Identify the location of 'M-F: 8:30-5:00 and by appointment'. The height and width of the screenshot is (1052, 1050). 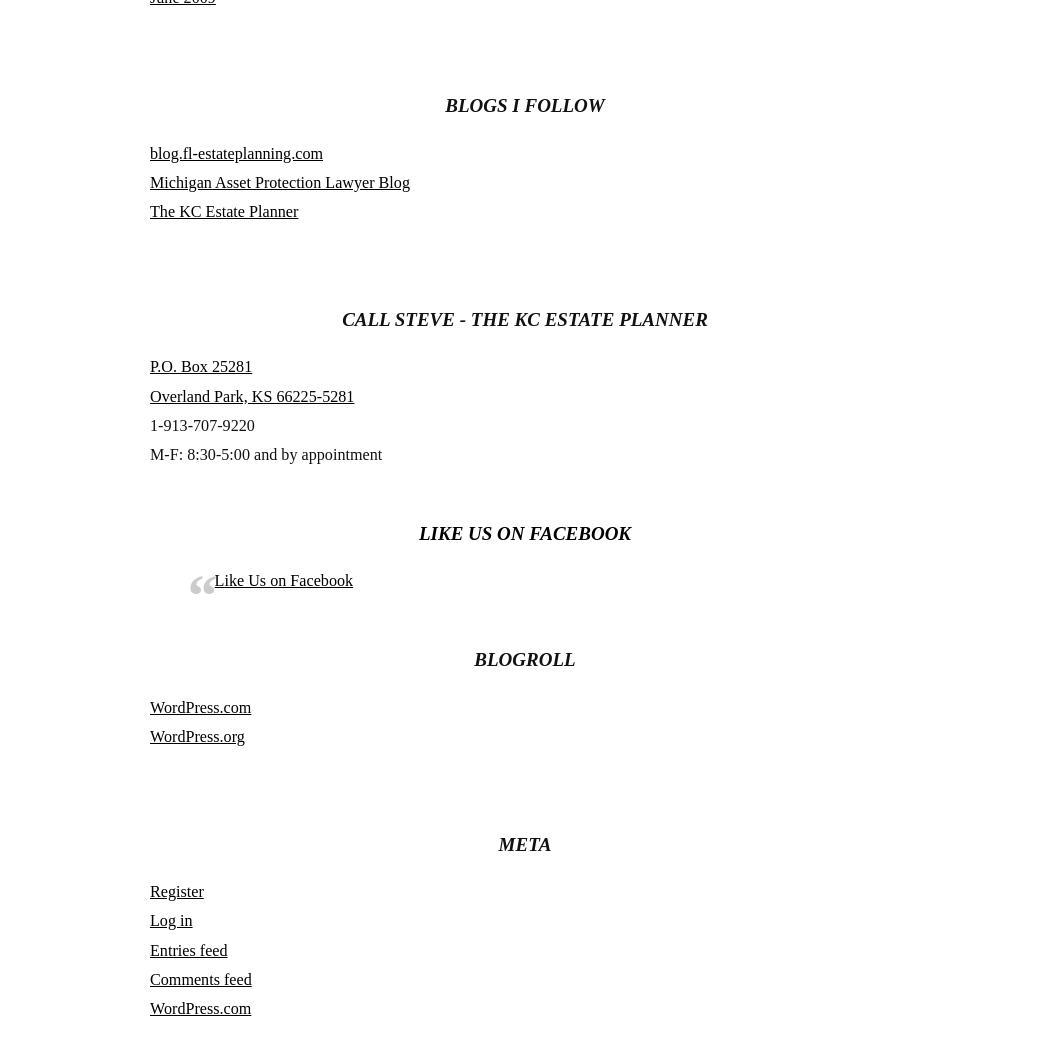
(264, 453).